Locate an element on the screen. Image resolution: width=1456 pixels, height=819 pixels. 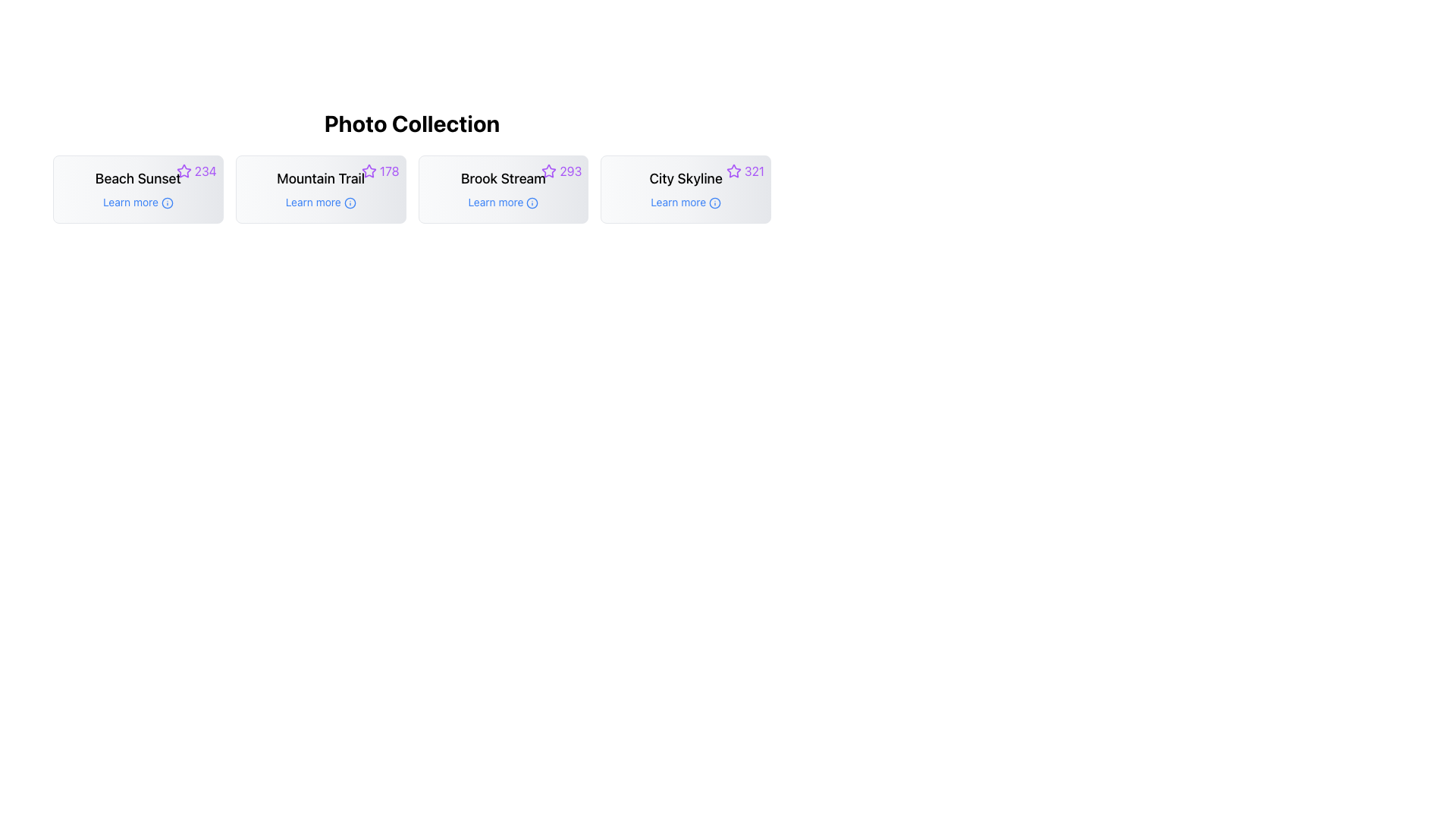
numeric value displayed in the Text Display at the top-right corner of the 'Brook Stream' card, which indicates a rating or score is located at coordinates (570, 171).